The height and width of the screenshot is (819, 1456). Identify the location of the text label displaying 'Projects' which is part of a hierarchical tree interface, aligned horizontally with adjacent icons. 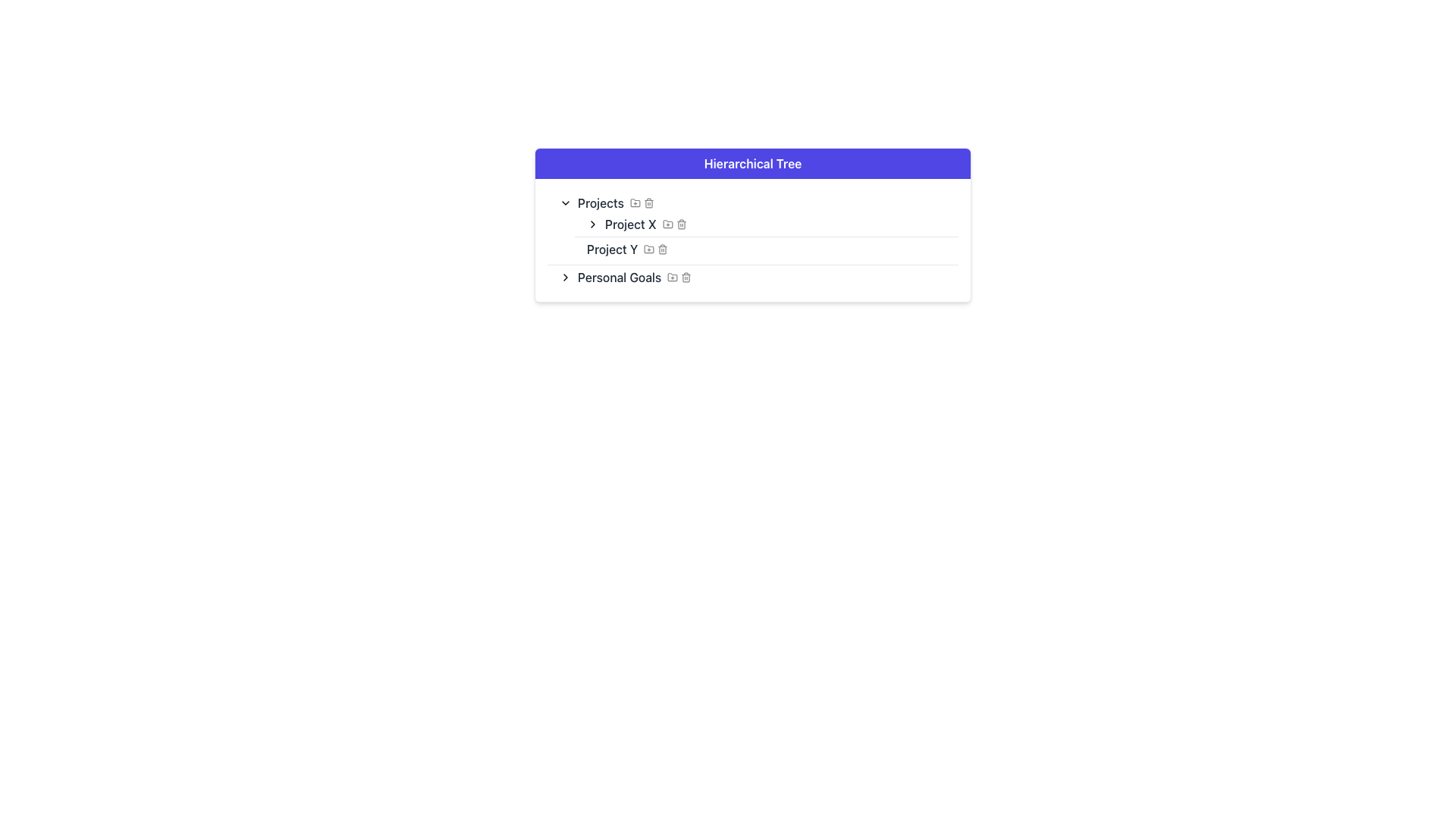
(600, 202).